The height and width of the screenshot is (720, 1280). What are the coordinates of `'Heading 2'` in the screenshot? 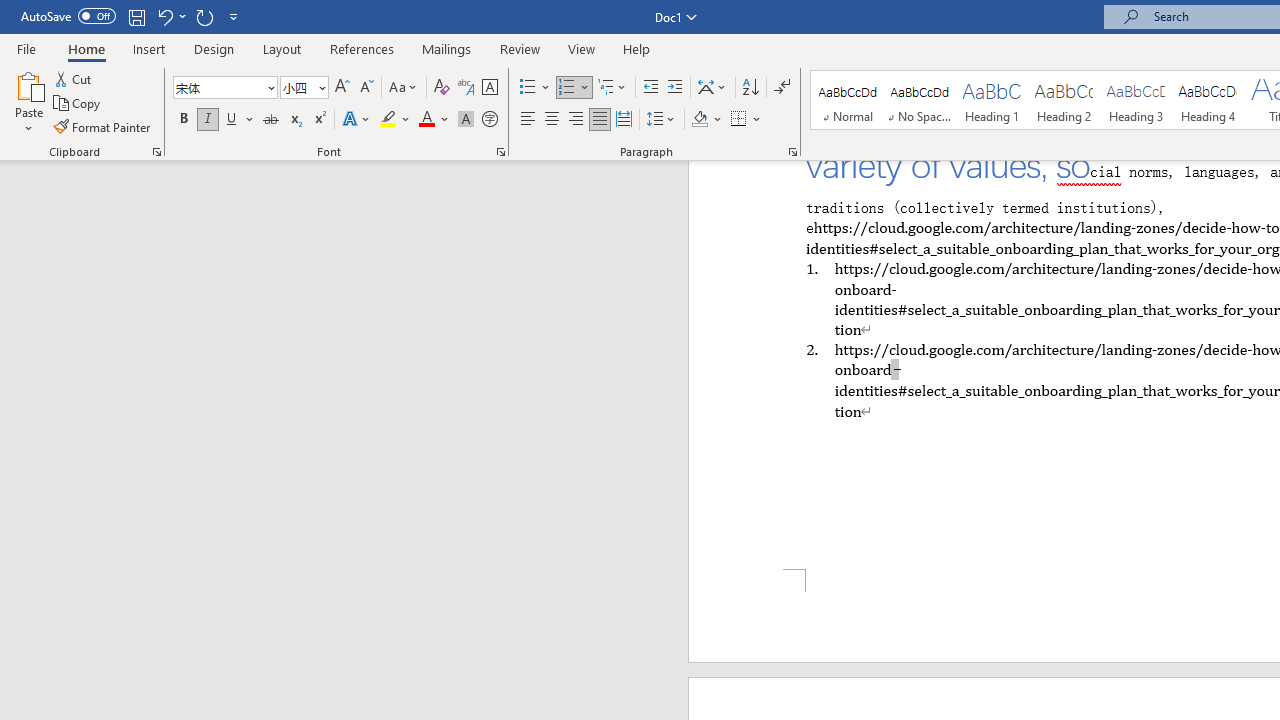 It's located at (1062, 100).